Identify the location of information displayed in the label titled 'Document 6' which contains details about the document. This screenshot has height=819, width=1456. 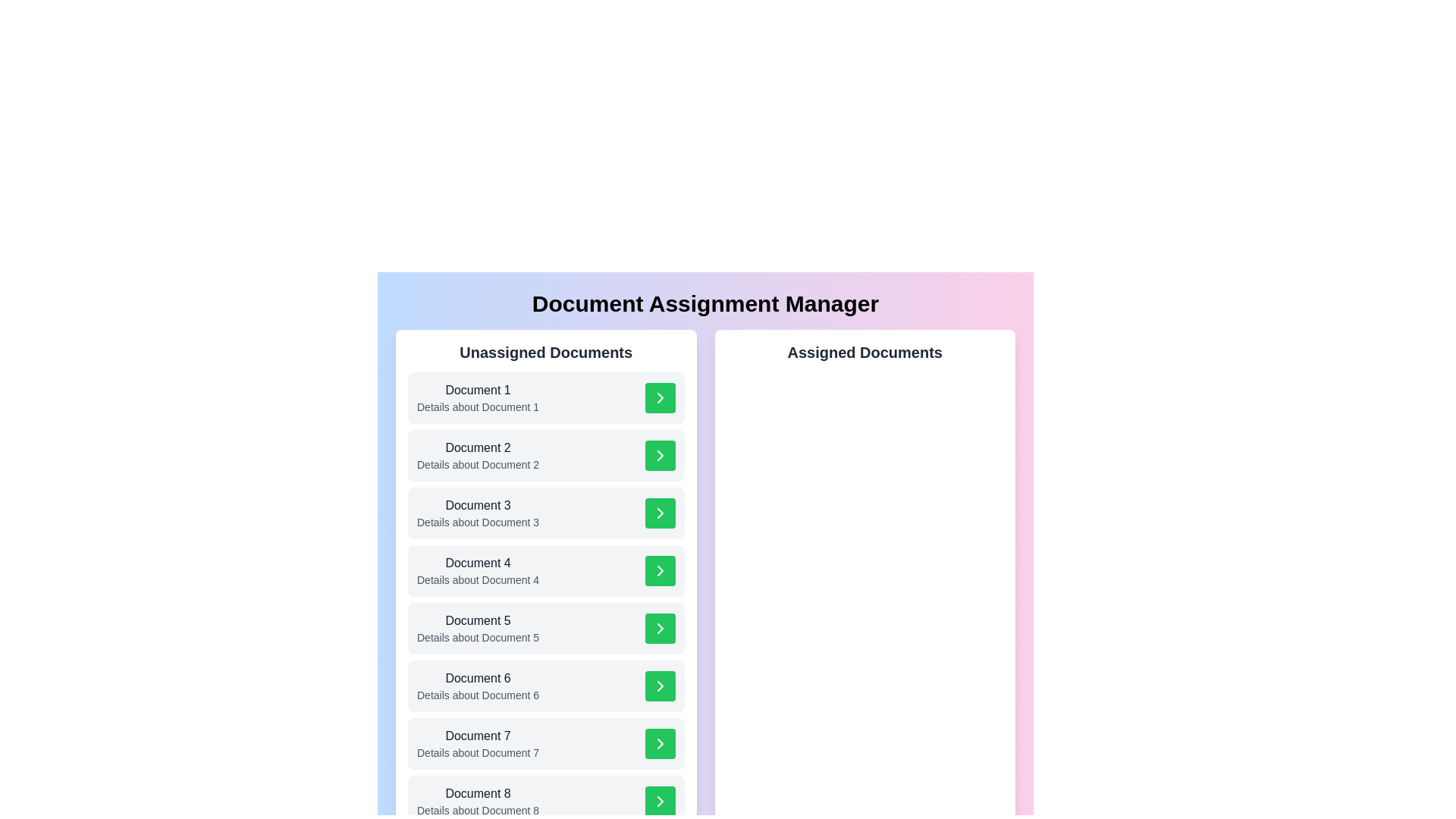
(477, 686).